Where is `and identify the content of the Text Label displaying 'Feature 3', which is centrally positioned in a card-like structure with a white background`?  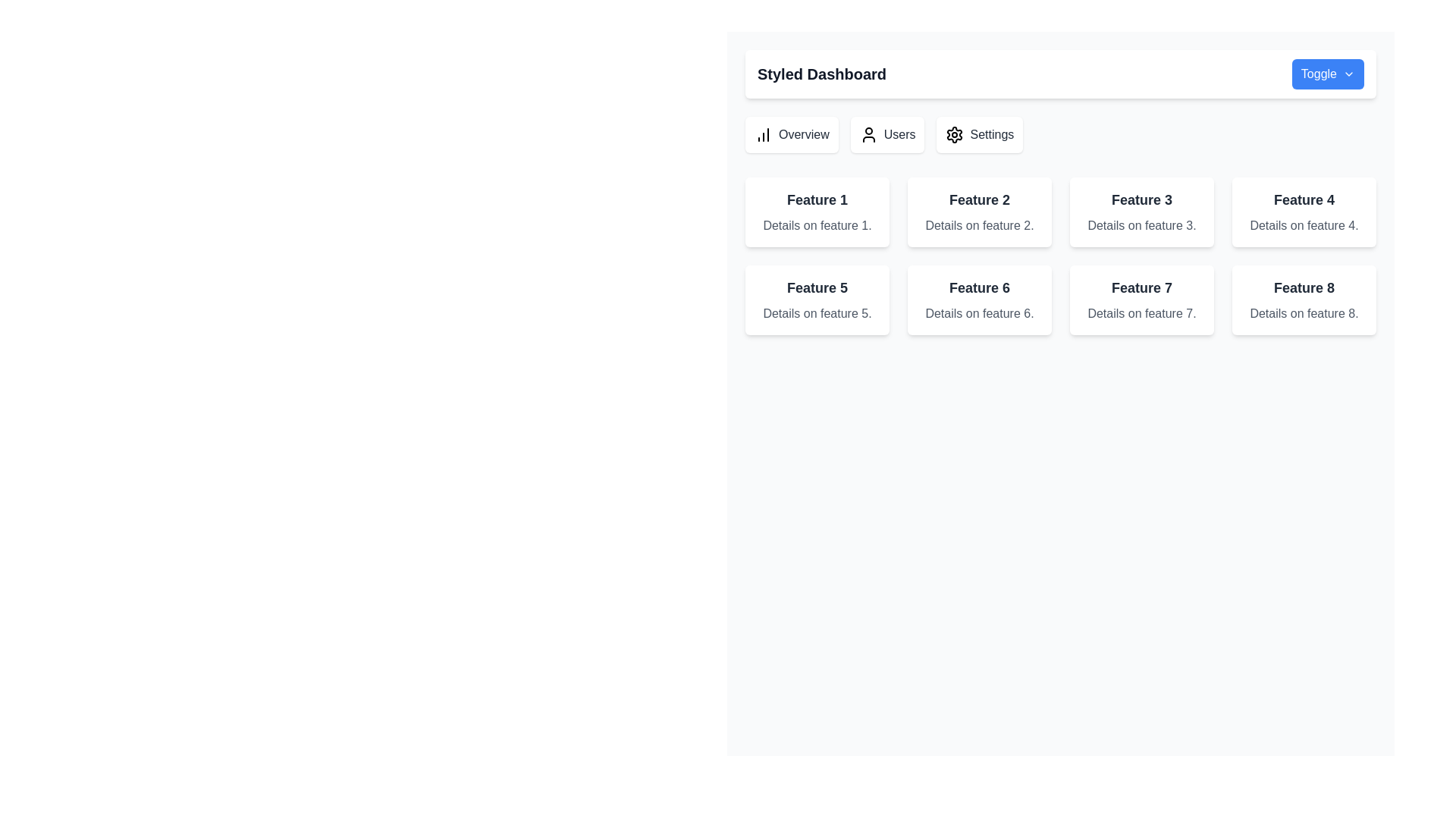 and identify the content of the Text Label displaying 'Feature 3', which is centrally positioned in a card-like structure with a white background is located at coordinates (1142, 199).